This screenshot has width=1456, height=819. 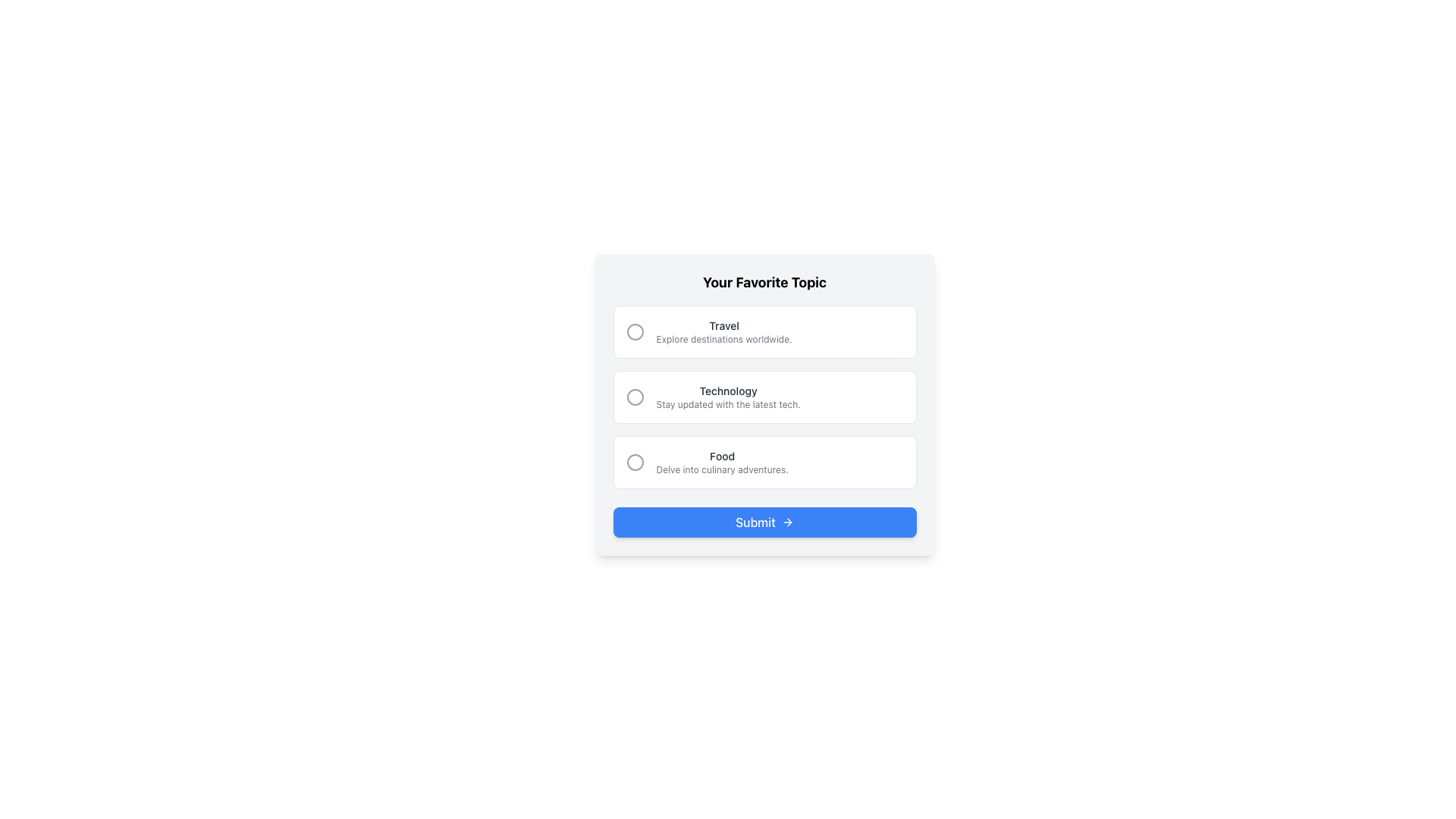 What do you see at coordinates (728, 391) in the screenshot?
I see `the text label displaying 'Technology', which is styled in medium font weight and gray color, located in the middle of the selection panel` at bounding box center [728, 391].